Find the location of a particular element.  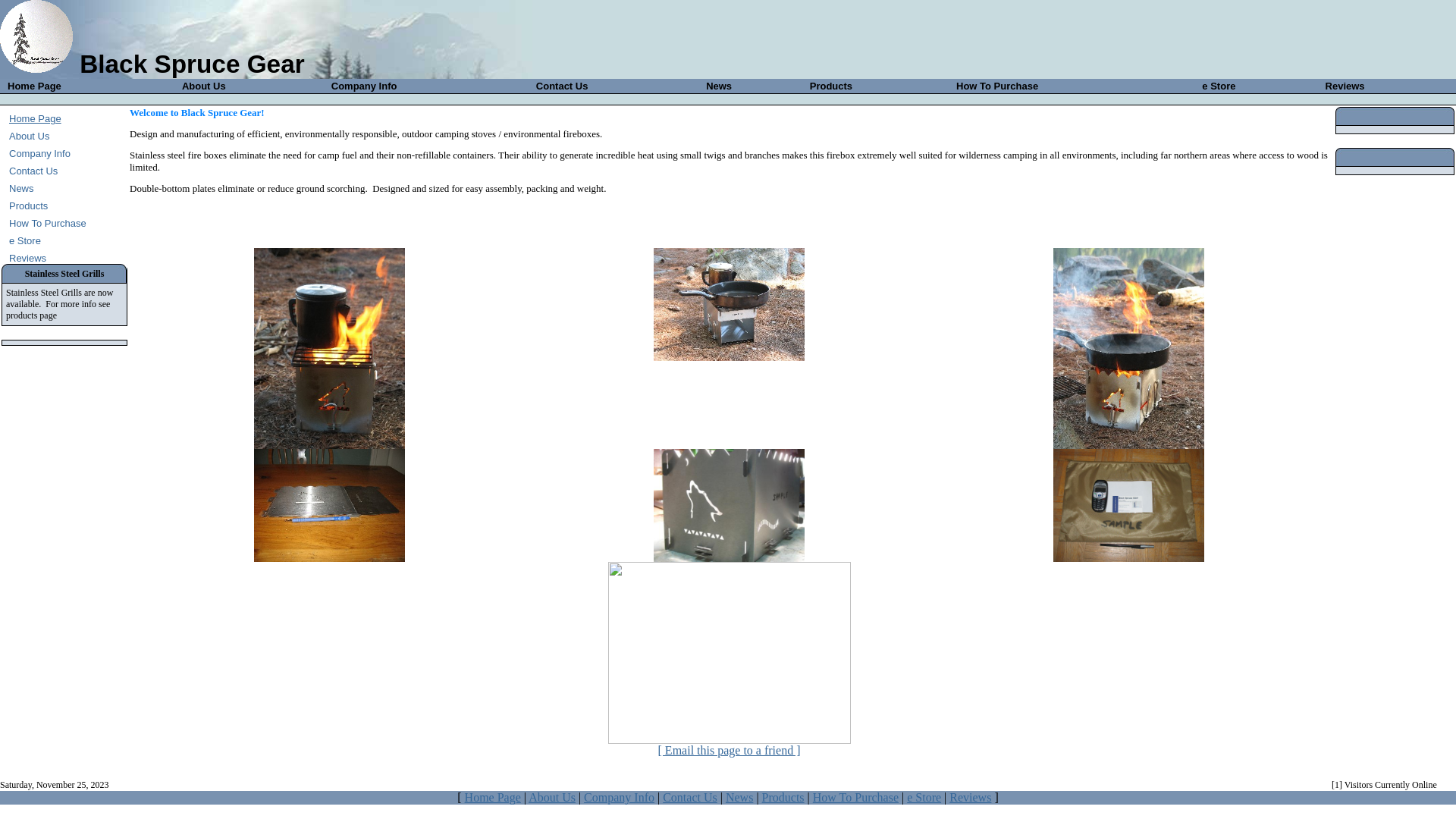

'Company Info' is located at coordinates (330, 86).